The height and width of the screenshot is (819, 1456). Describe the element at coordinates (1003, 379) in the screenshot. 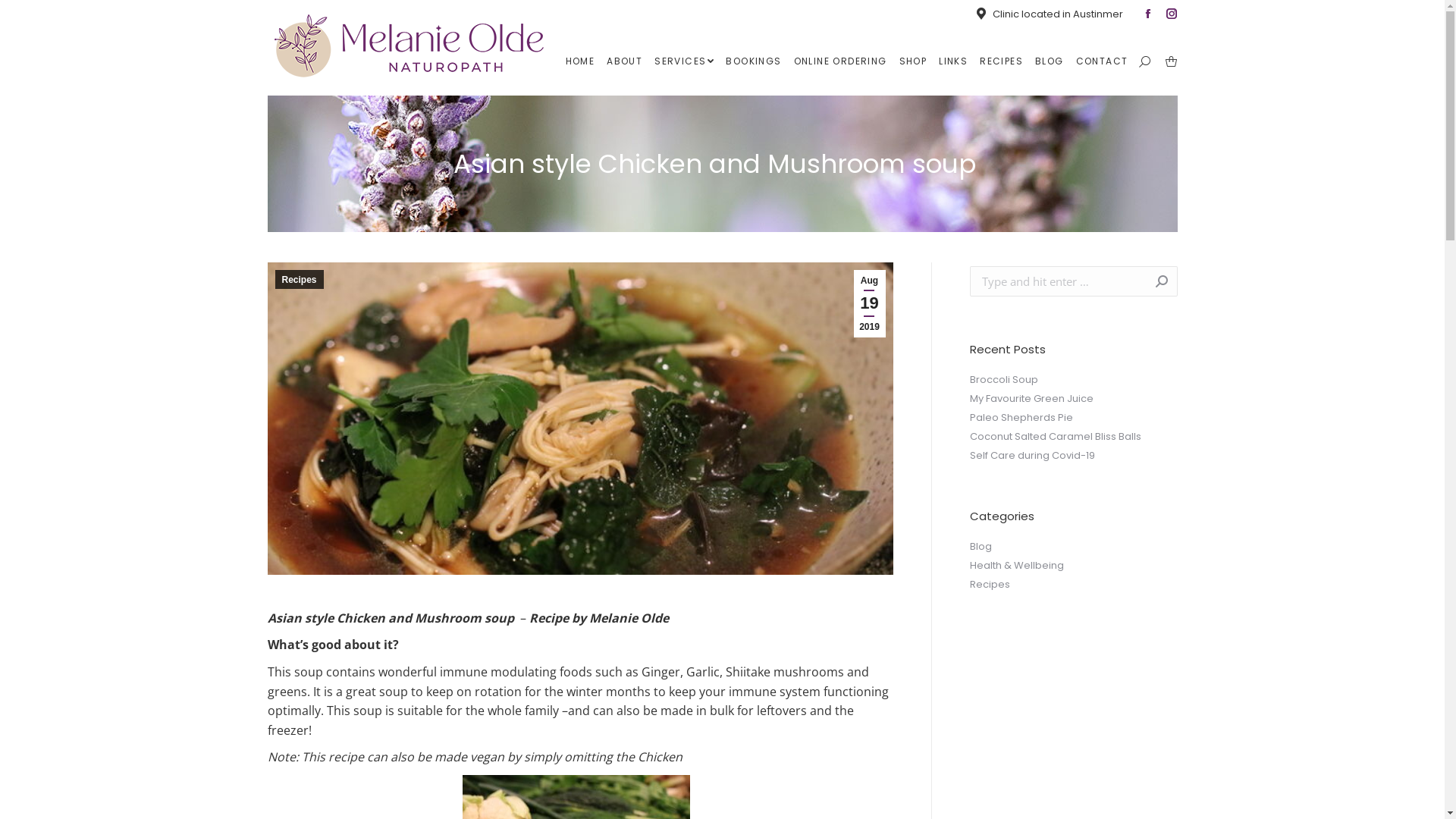

I see `'Broccoli Soup'` at that location.